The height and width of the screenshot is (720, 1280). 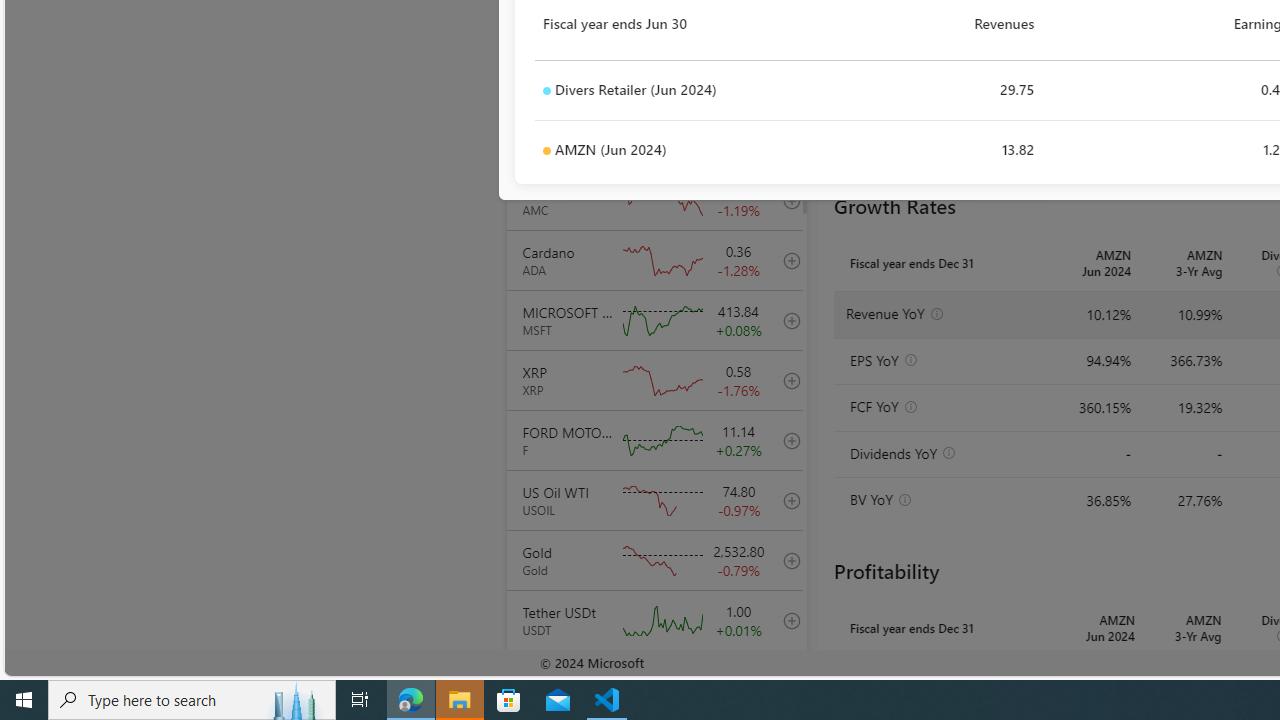 I want to click on 'Class: symbolDot-DS-EntryPoint1-2', so click(x=546, y=150).